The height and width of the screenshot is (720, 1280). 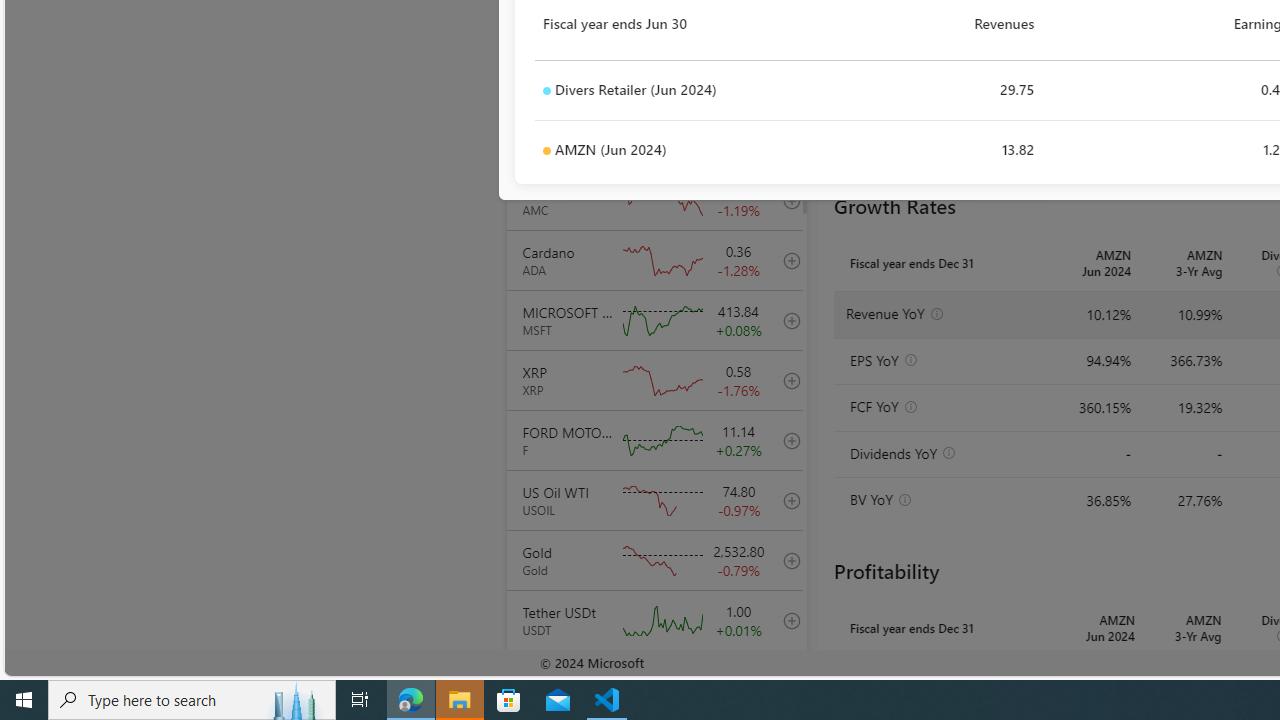 I want to click on 'Class: symbolDot-DS-EntryPoint1-2', so click(x=546, y=150).